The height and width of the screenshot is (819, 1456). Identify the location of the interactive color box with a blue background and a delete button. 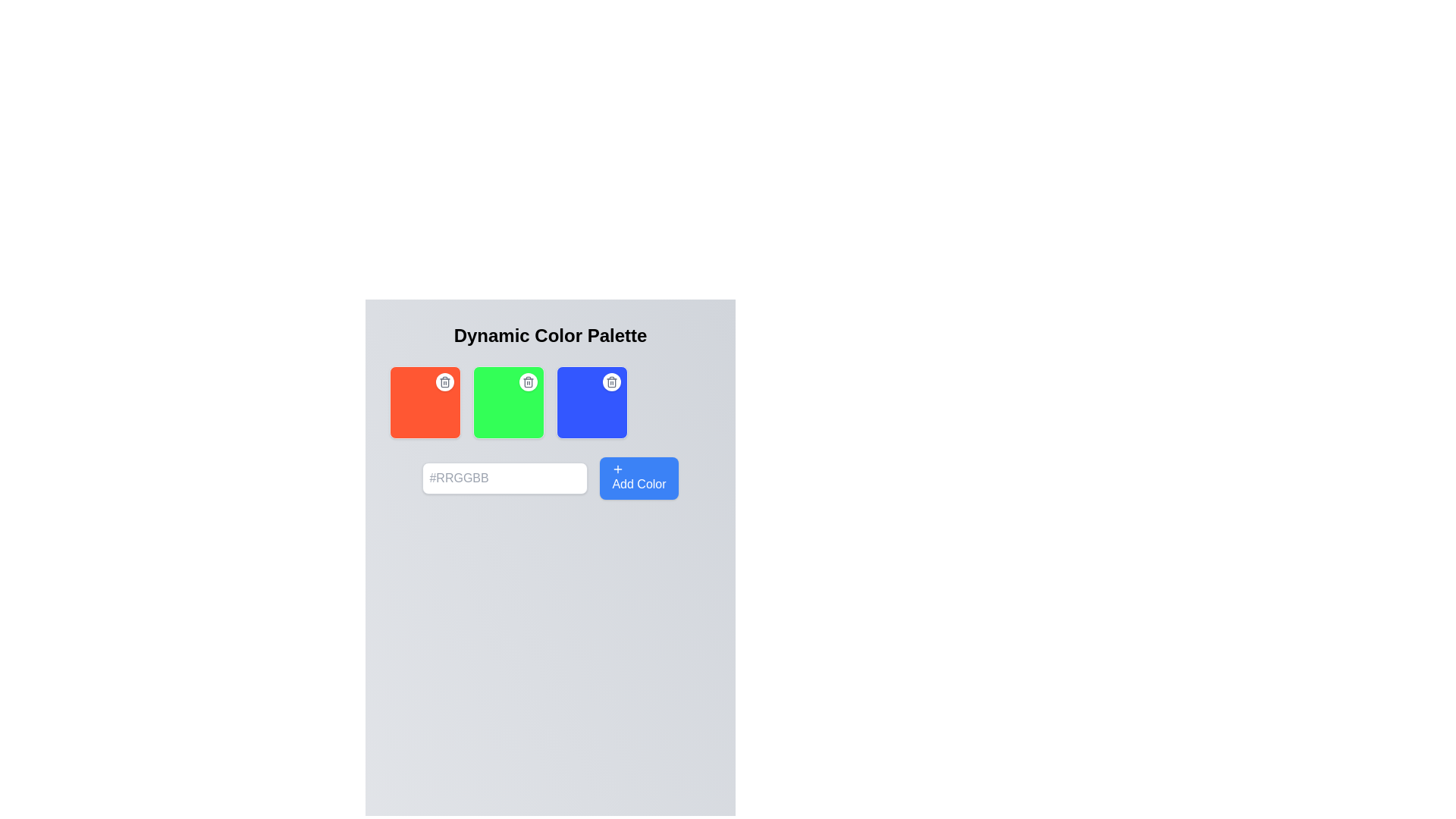
(591, 402).